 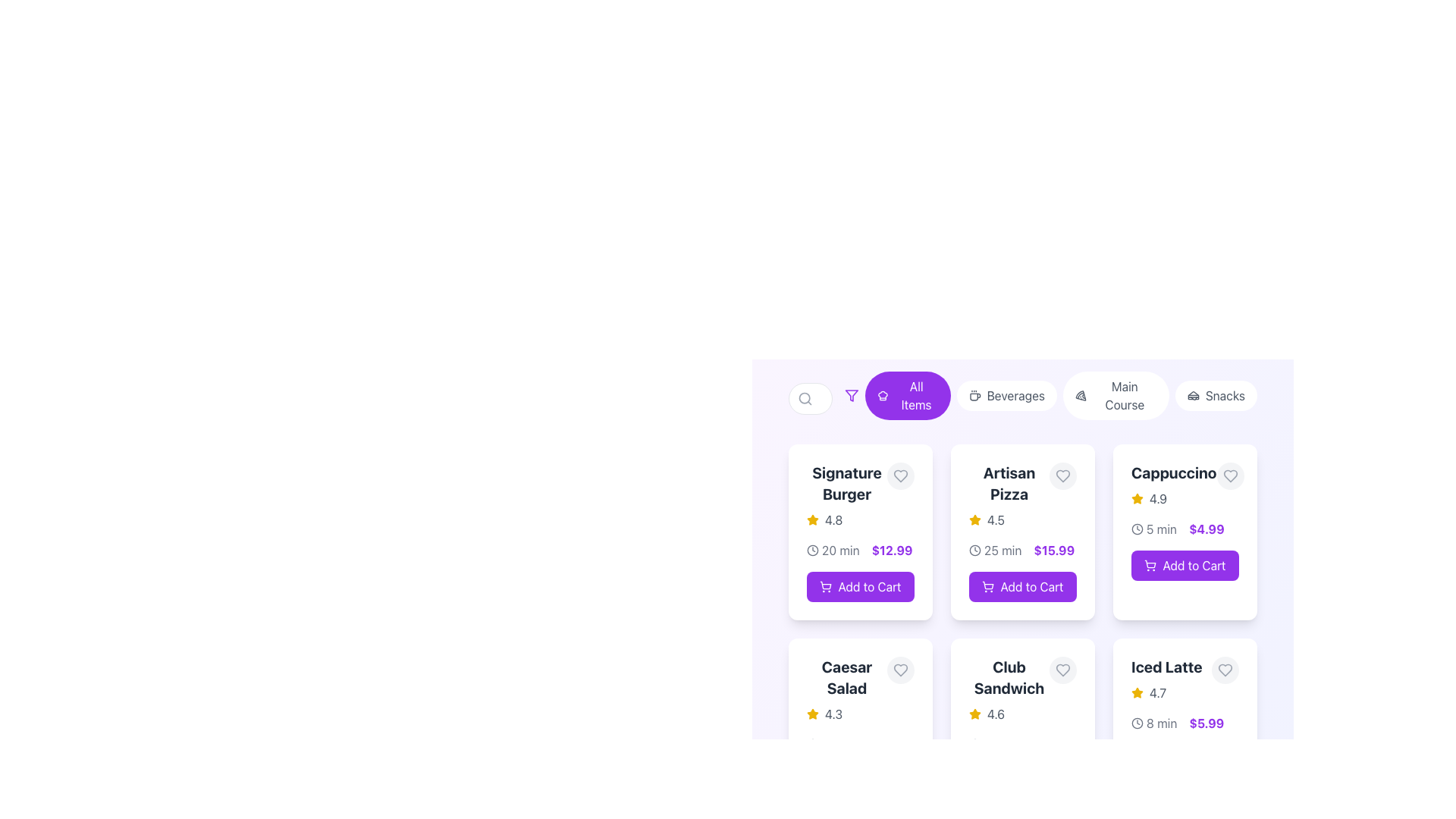 I want to click on the circular stroke icon representing a clock within the SVG component, which is the circular outline of the clock face, so click(x=975, y=550).